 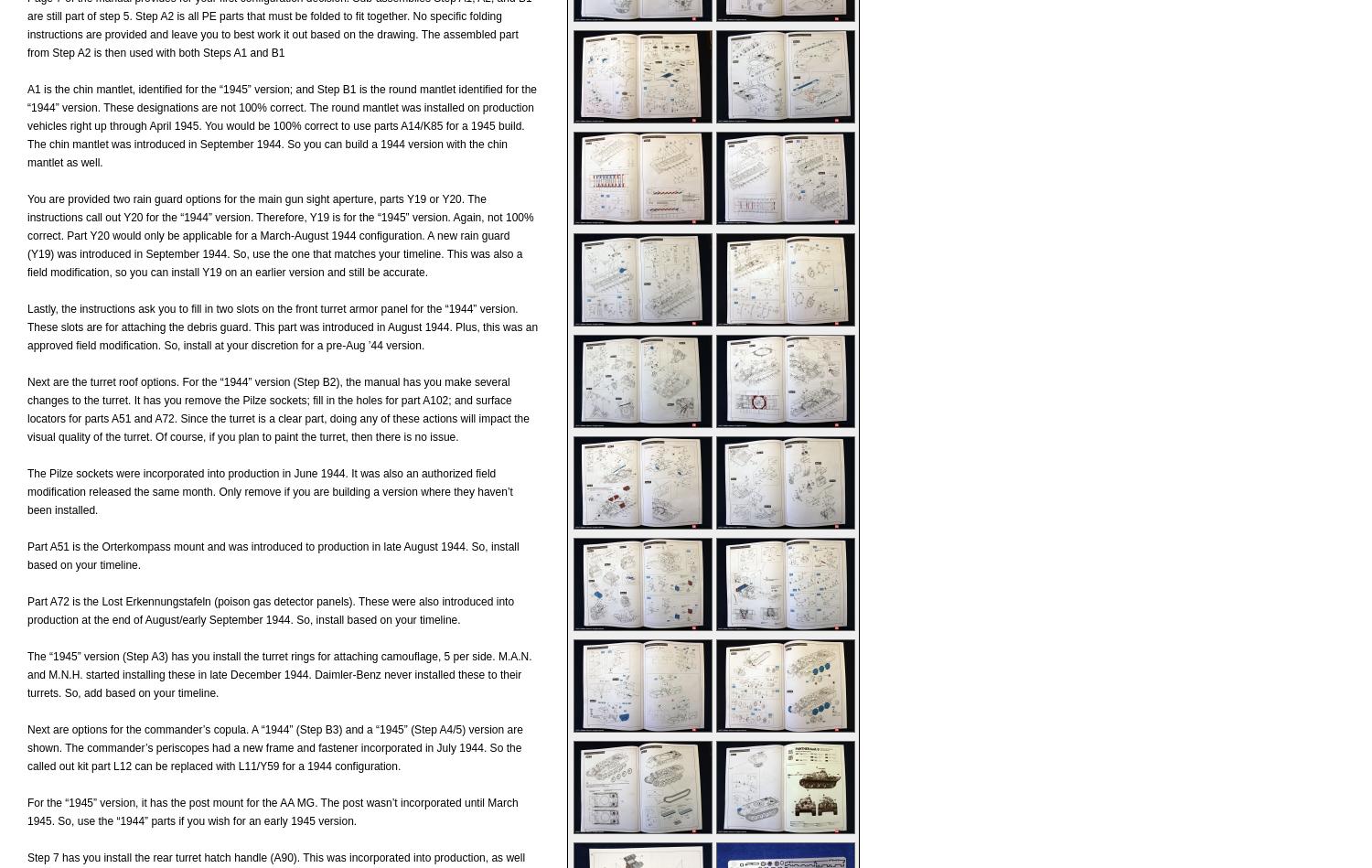 I want to click on 'Part A51 is the Orterkompass mount and was introduced to production in late August 1944. So, install based on your timeline.', so click(x=27, y=555).